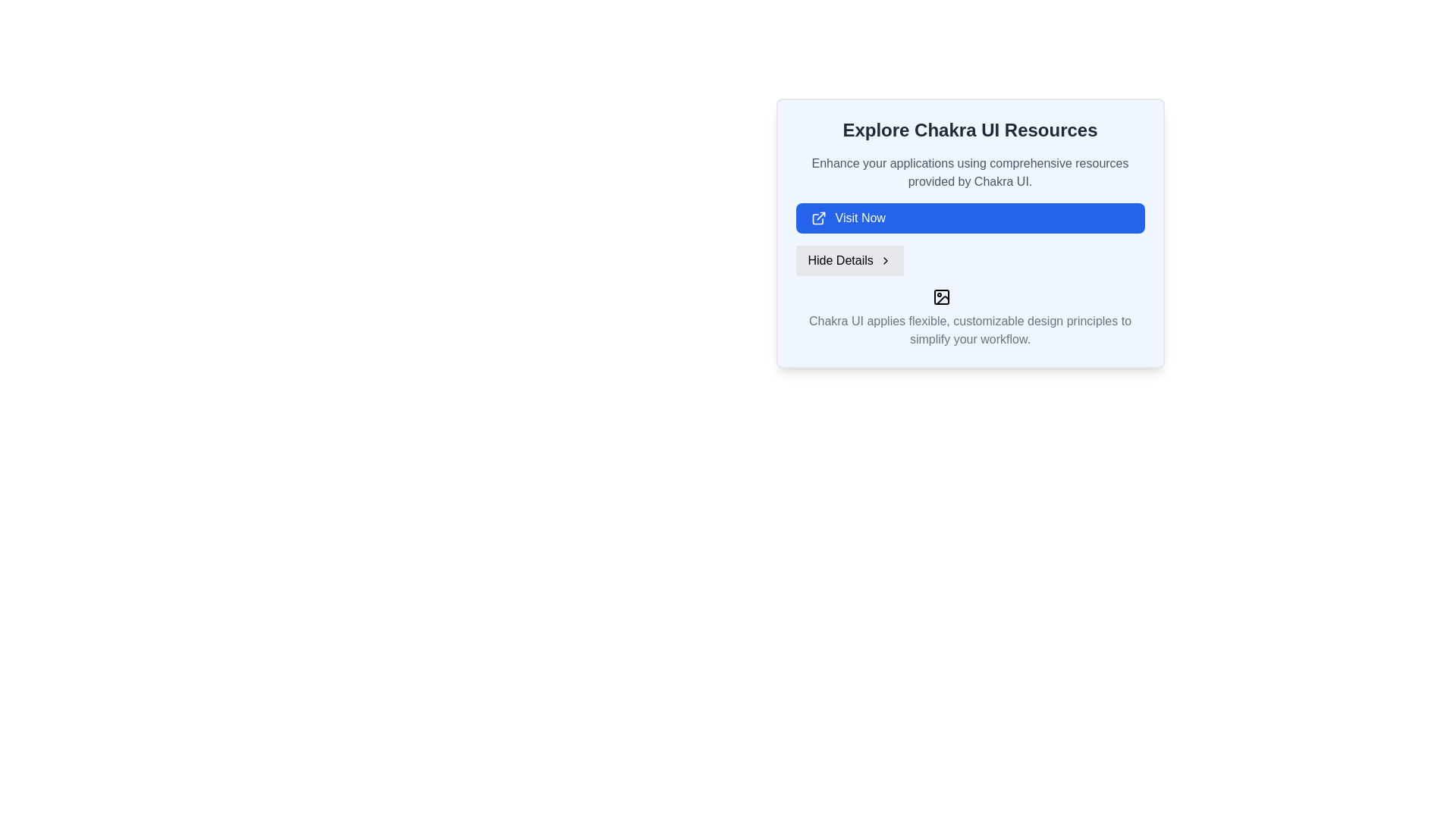 The image size is (1456, 819). I want to click on the external link icon located to the left of the 'Visit Now' text in the button, so click(817, 218).